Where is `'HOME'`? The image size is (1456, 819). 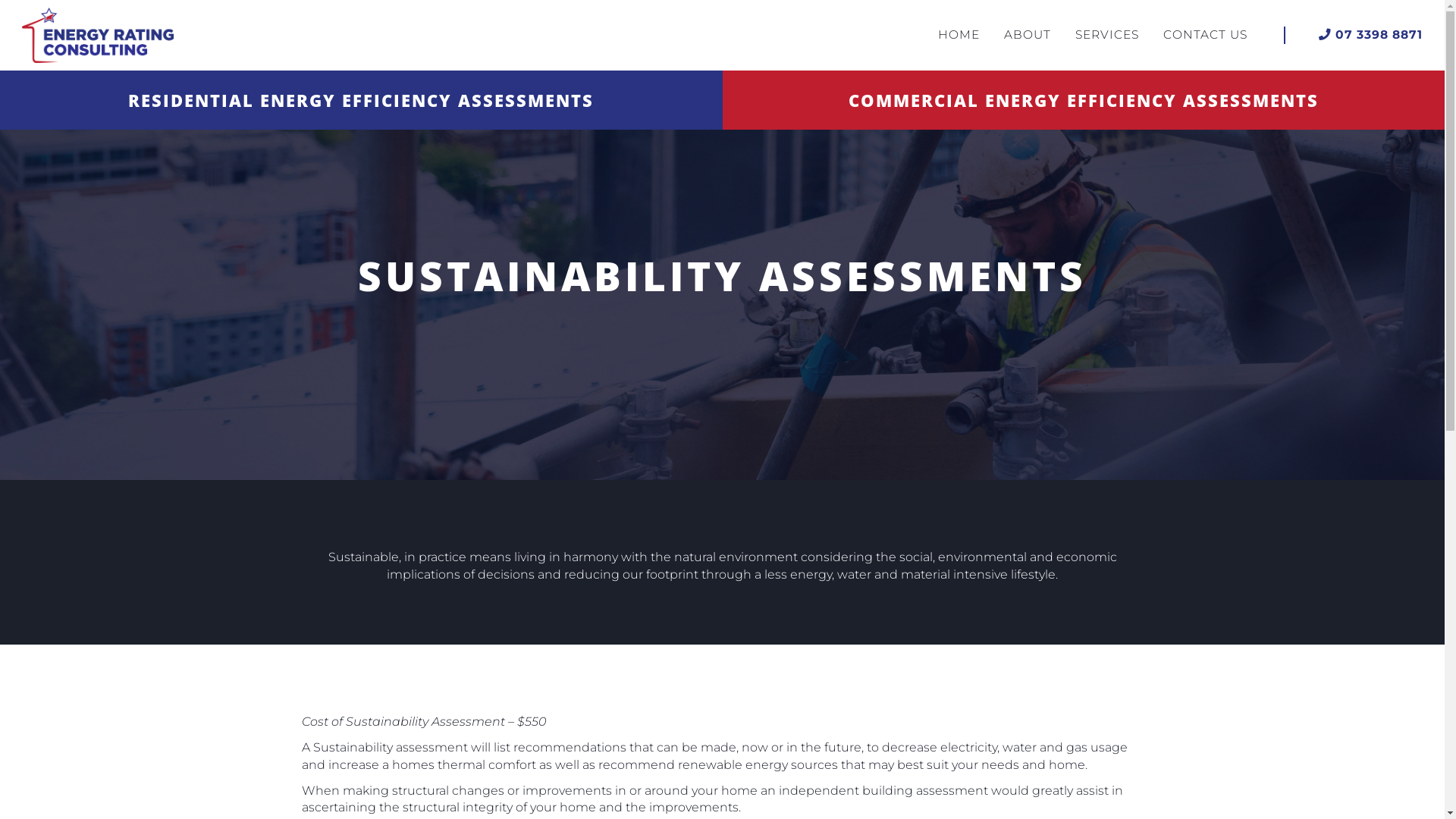
'HOME' is located at coordinates (958, 34).